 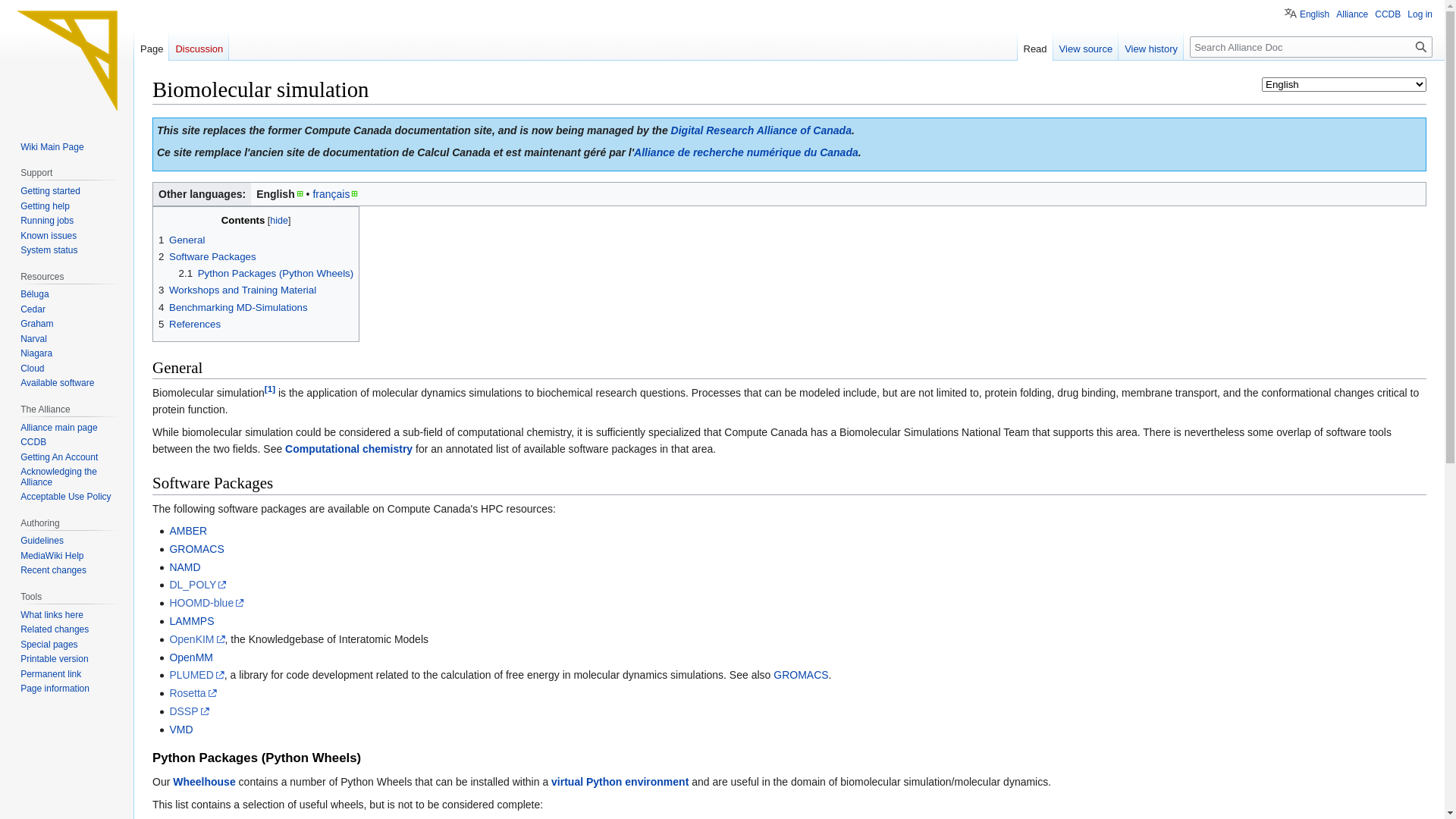 What do you see at coordinates (20, 497) in the screenshot?
I see `'Acceptable Use Policy'` at bounding box center [20, 497].